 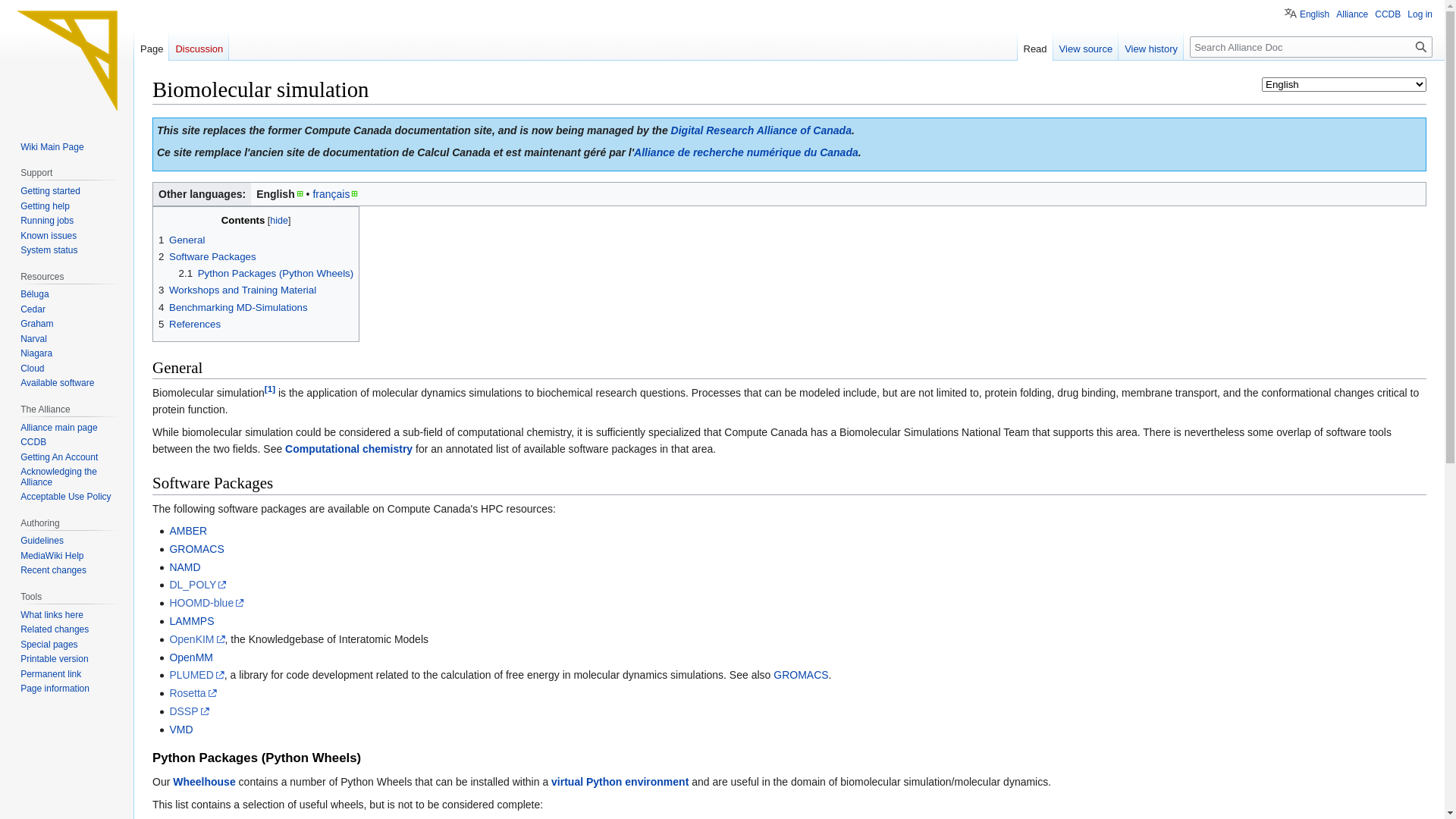 What do you see at coordinates (20, 497) in the screenshot?
I see `'Acceptable Use Policy'` at bounding box center [20, 497].